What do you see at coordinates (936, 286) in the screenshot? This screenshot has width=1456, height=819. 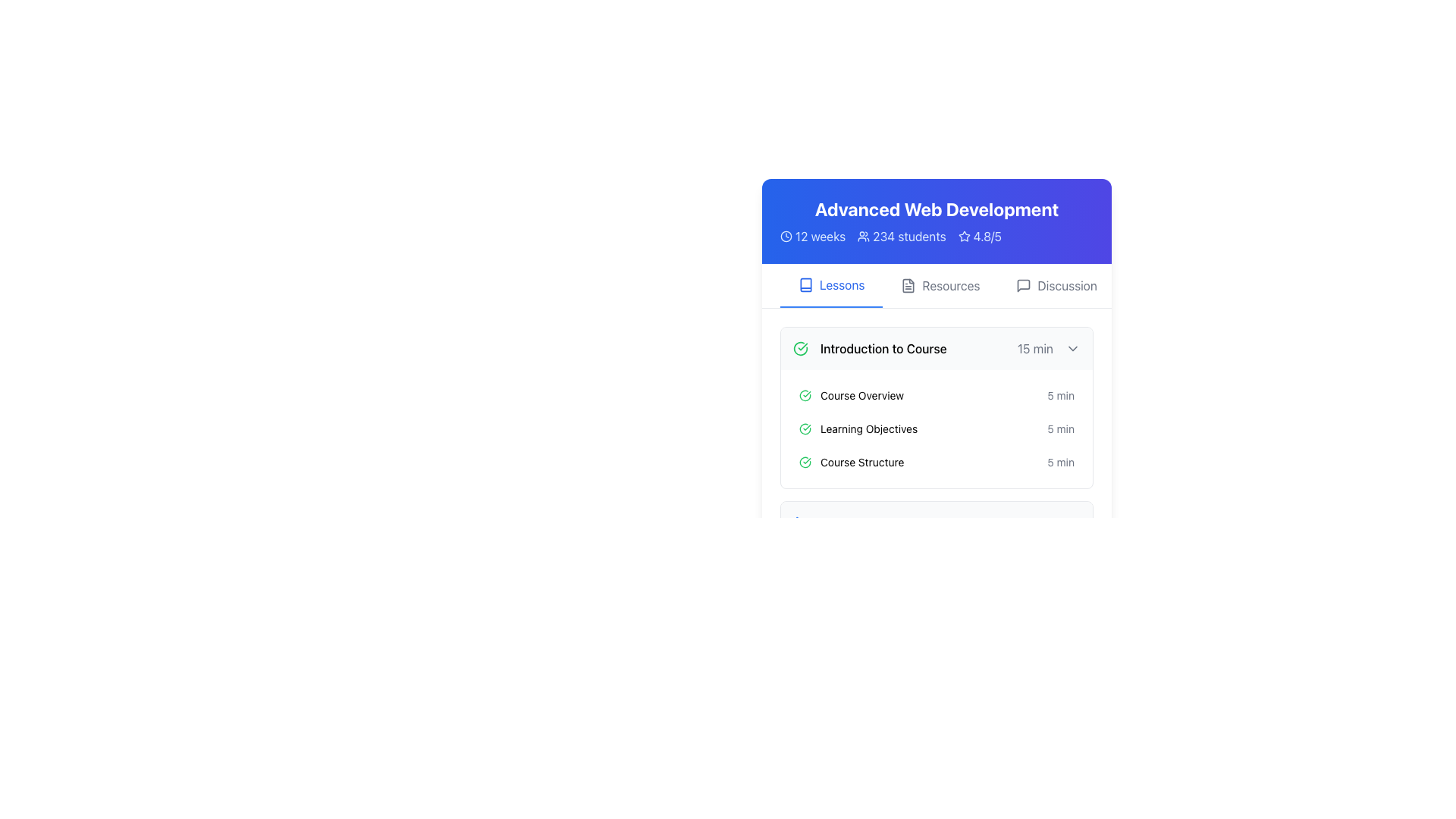 I see `the 'Resources' Navigation Tab, which is the second tab from the left in the navigation bar below the course title` at bounding box center [936, 286].